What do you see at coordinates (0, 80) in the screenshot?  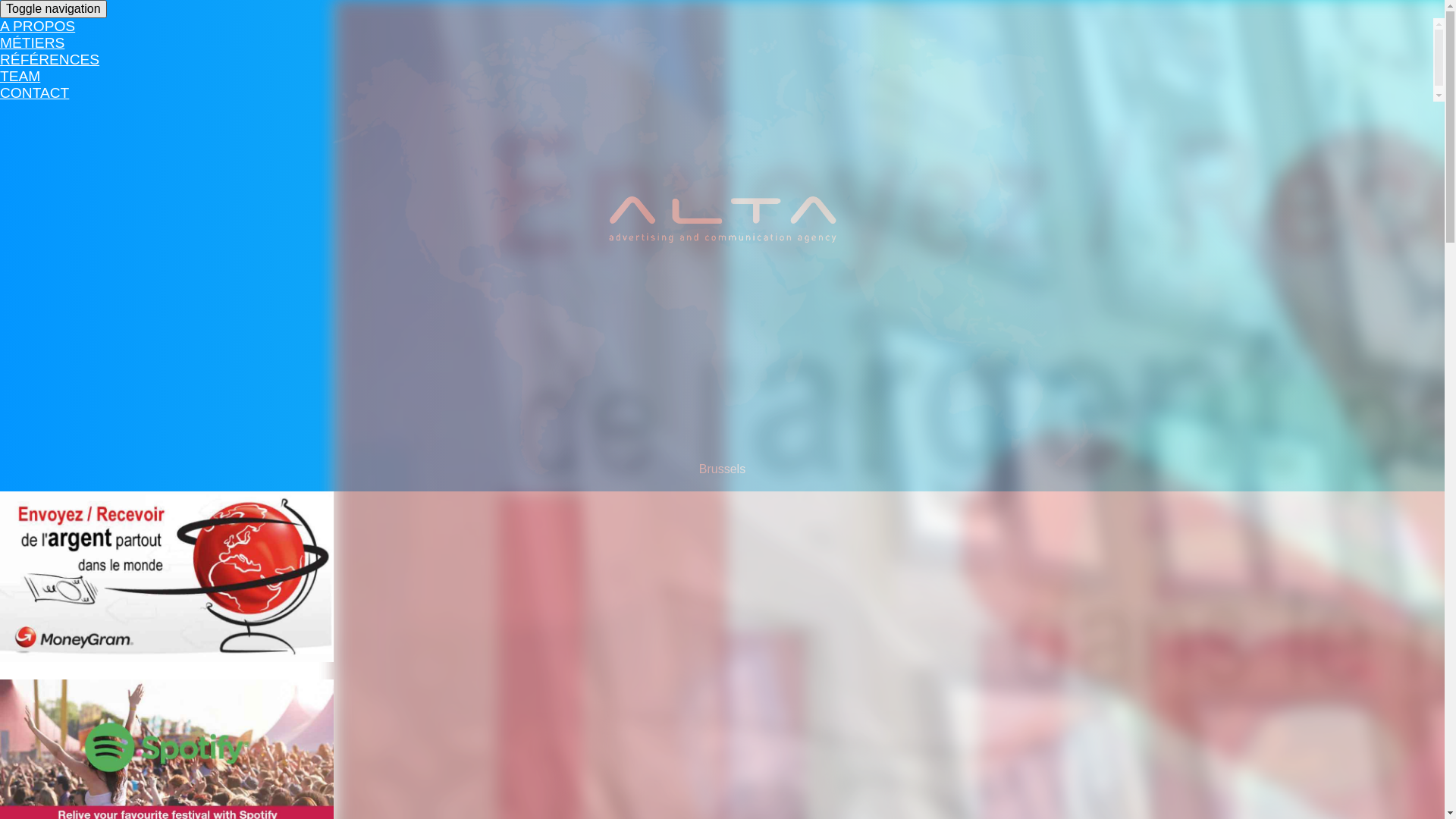 I see `'TEAM'` at bounding box center [0, 80].